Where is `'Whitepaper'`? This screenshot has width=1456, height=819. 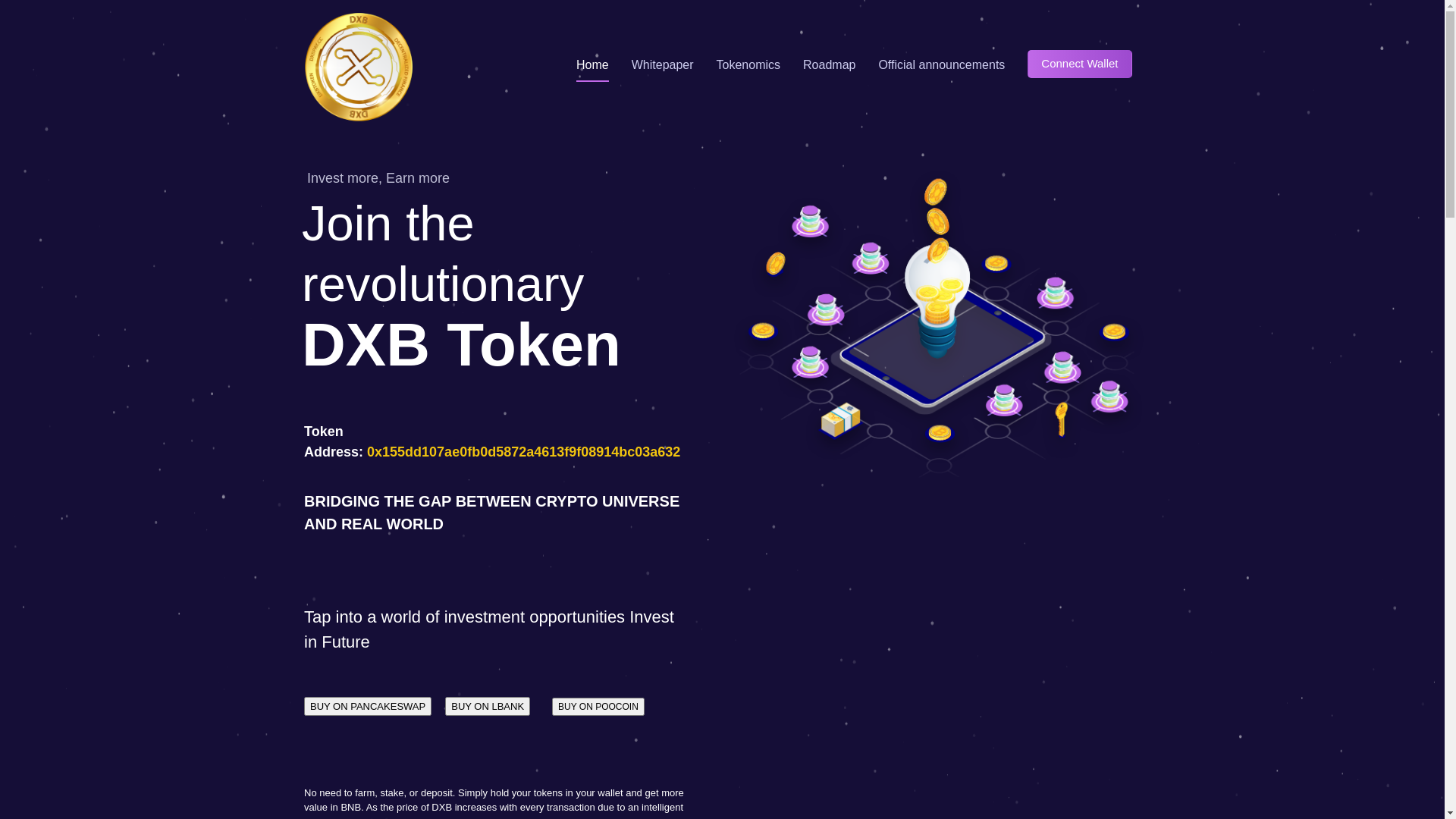 'Whitepaper' is located at coordinates (662, 65).